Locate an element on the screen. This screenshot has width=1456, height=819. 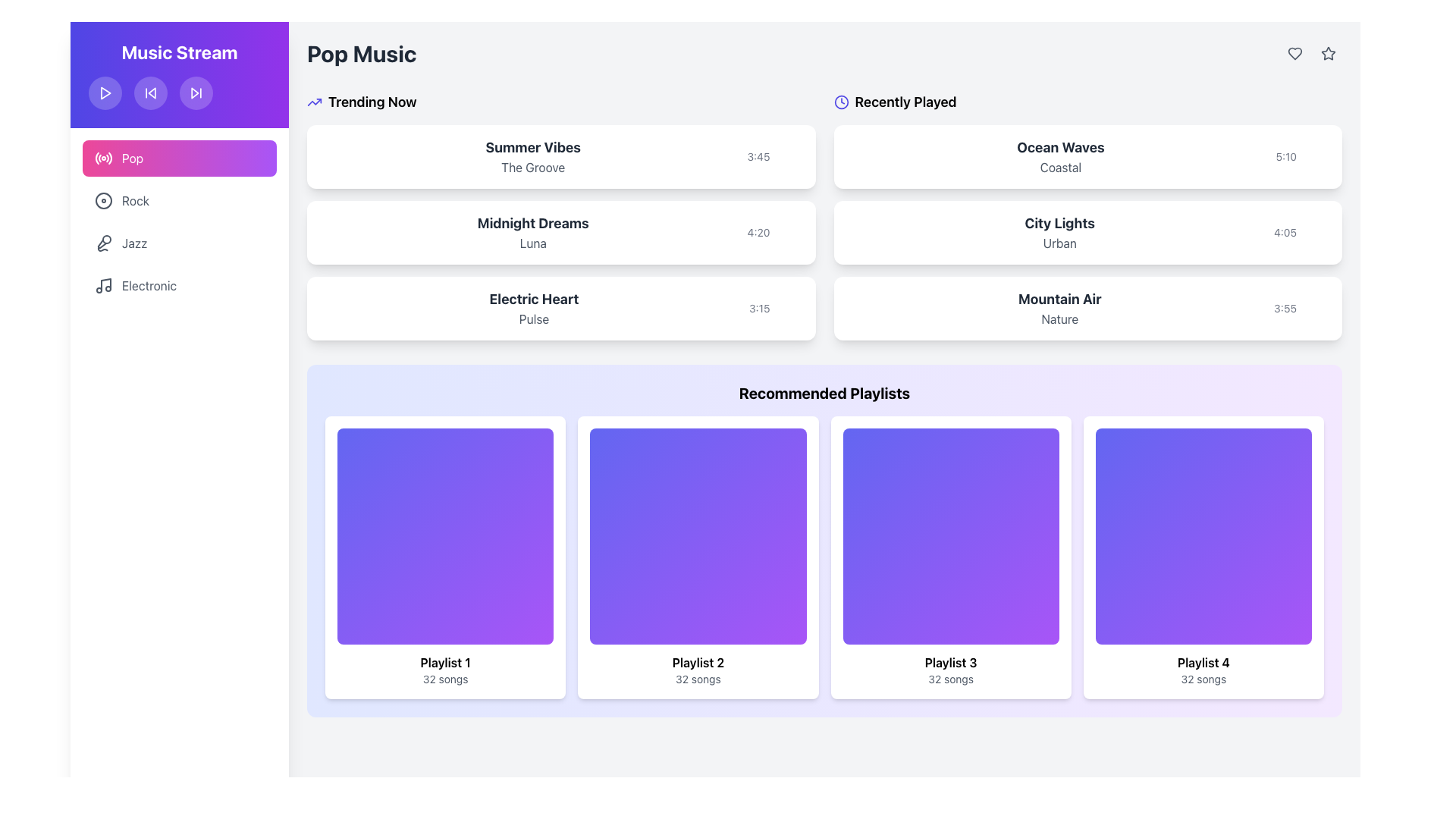
the interactive card displaying the audio track 'Ocean Waves' in the 'Recently Played' section to play or view its details is located at coordinates (1087, 157).